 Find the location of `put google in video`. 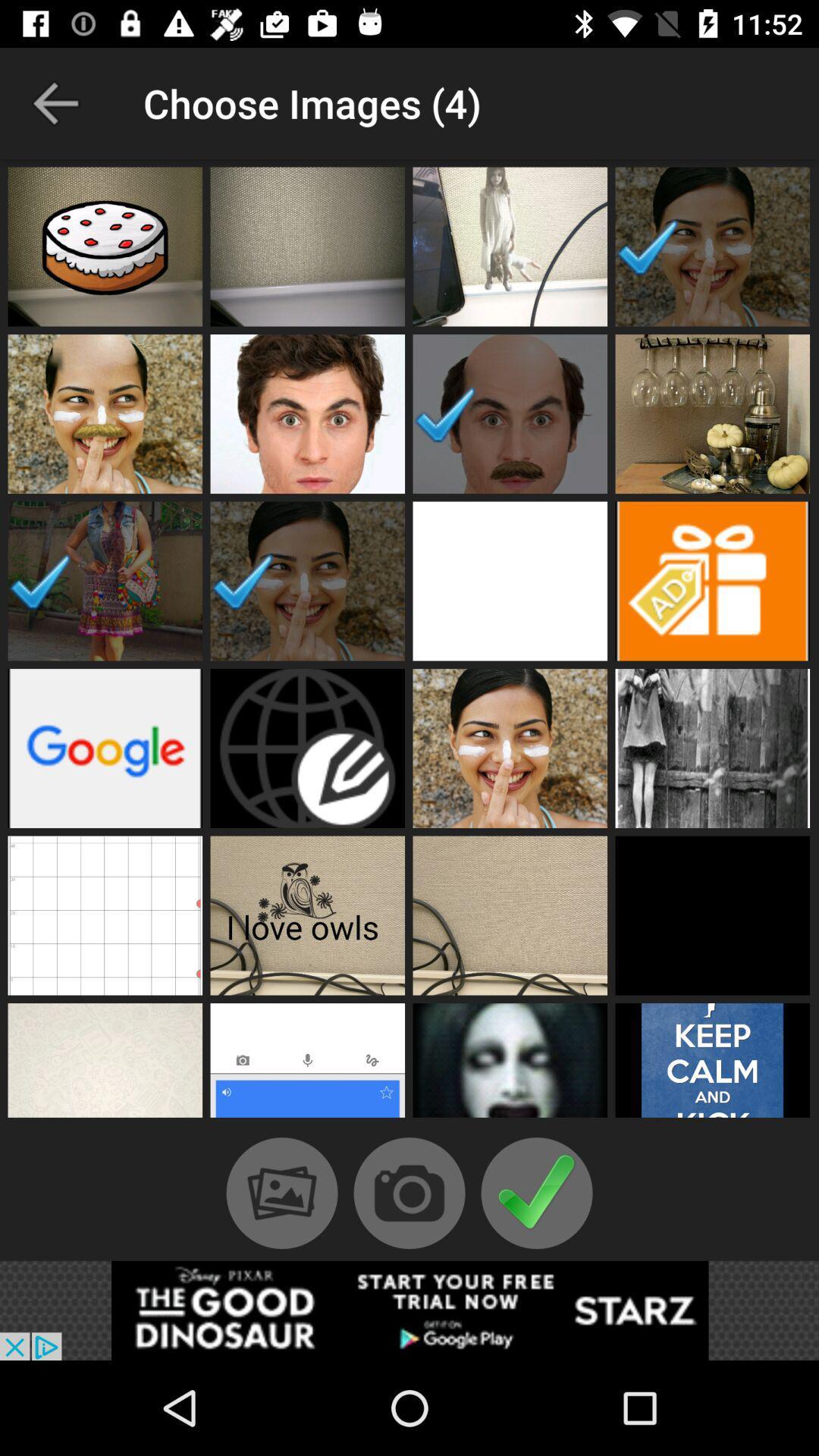

put google in video is located at coordinates (104, 748).